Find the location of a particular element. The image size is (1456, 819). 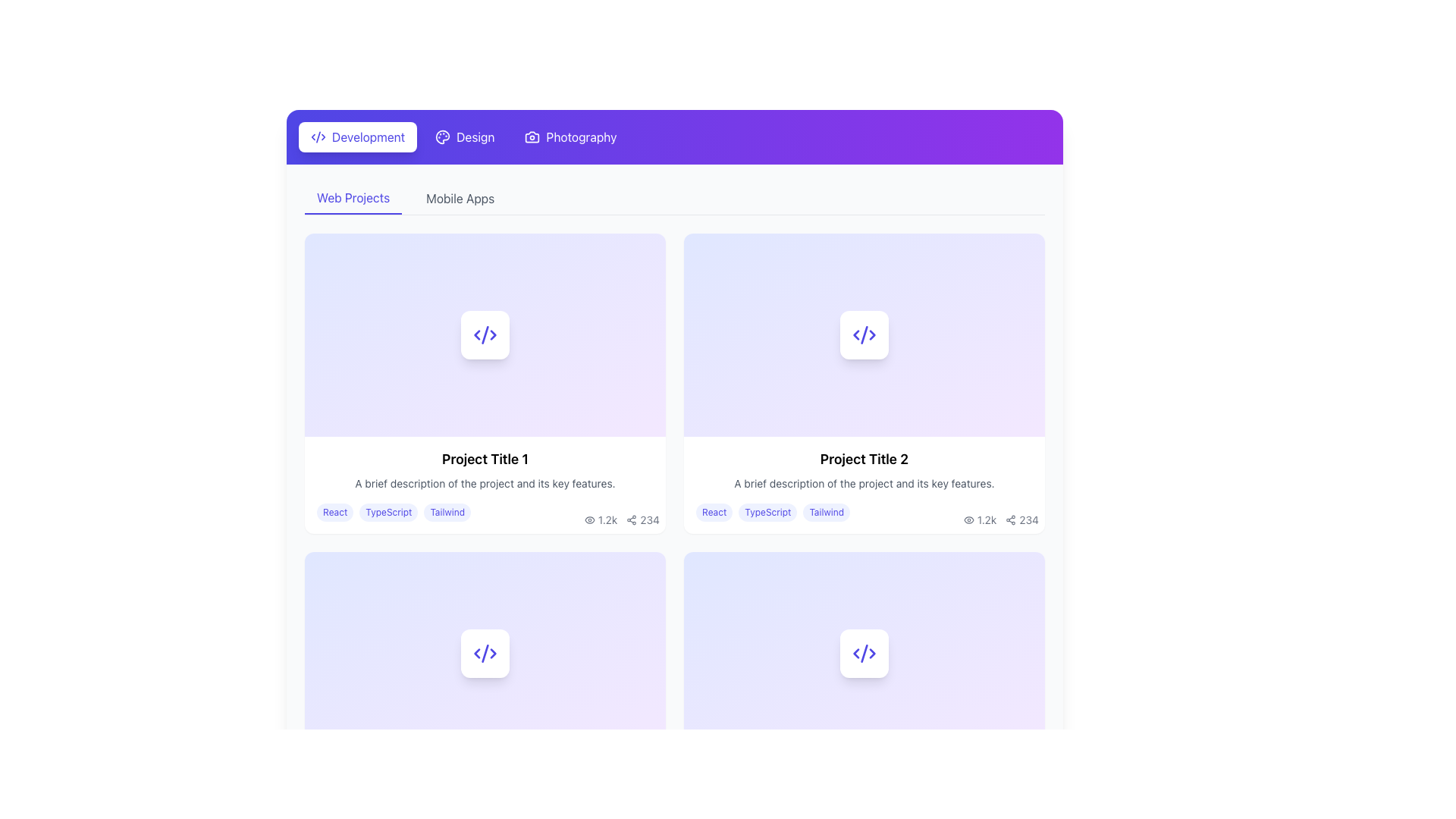

the 'Project Title 2' text label, which is prominently styled and positioned at the top-middle section of the card layout is located at coordinates (864, 458).